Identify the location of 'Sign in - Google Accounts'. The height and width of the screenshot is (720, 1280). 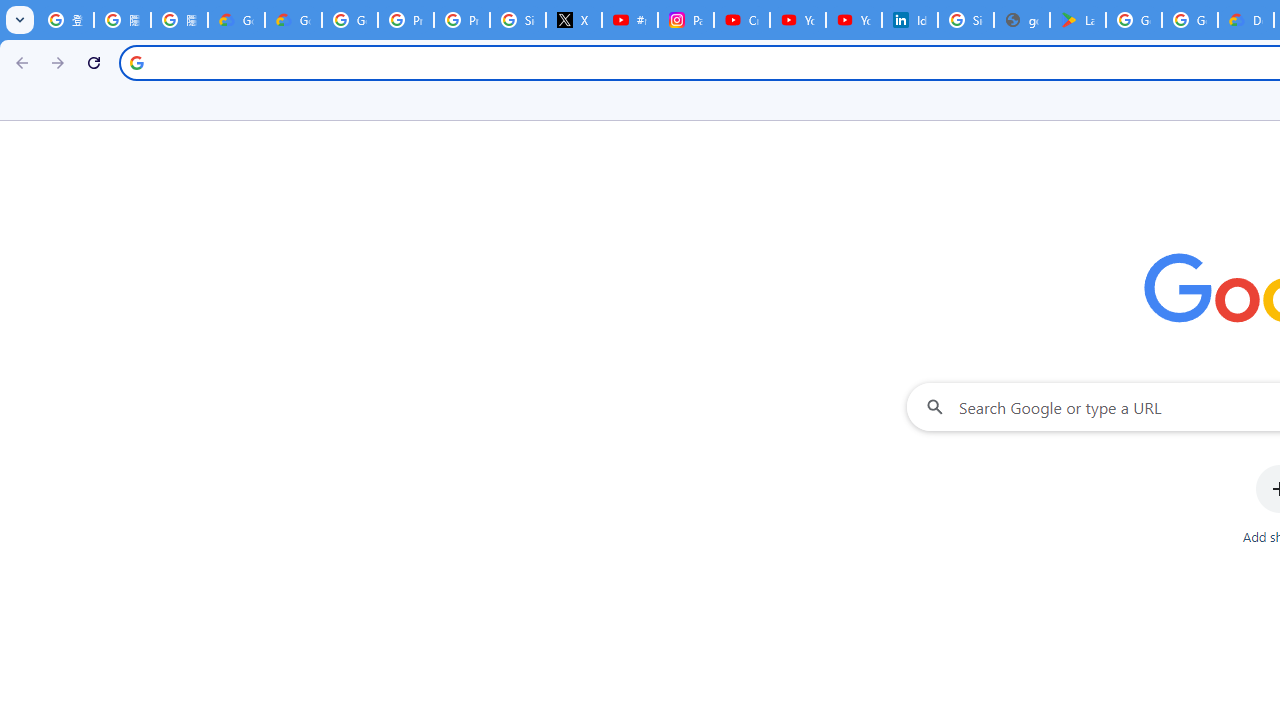
(966, 20).